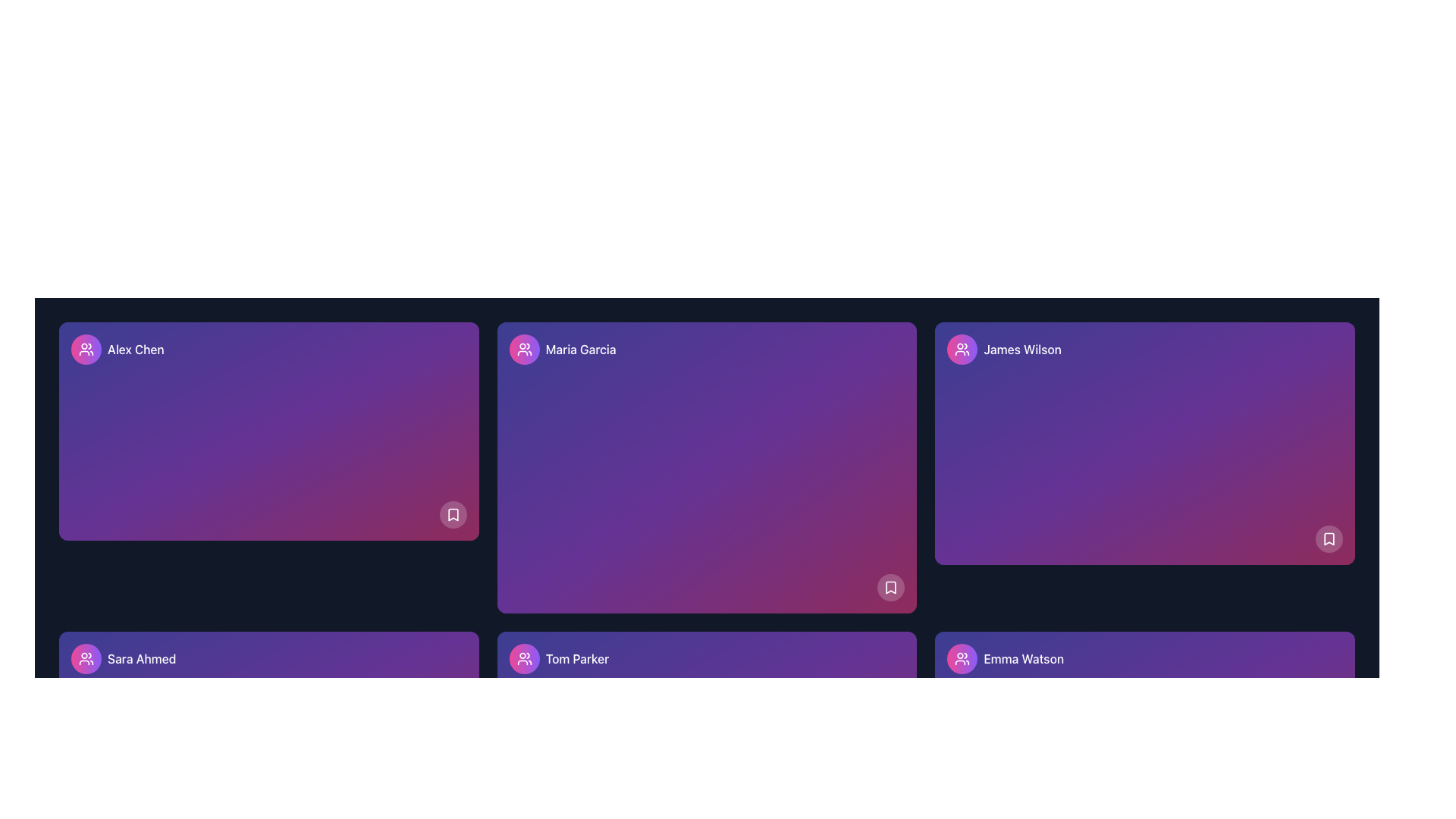 This screenshot has height=819, width=1456. Describe the element at coordinates (86, 657) in the screenshot. I see `the circular icon with a gradient background and white user silhouettes, located next to the name text in the card labeled 'Sara Ahmed'` at that location.